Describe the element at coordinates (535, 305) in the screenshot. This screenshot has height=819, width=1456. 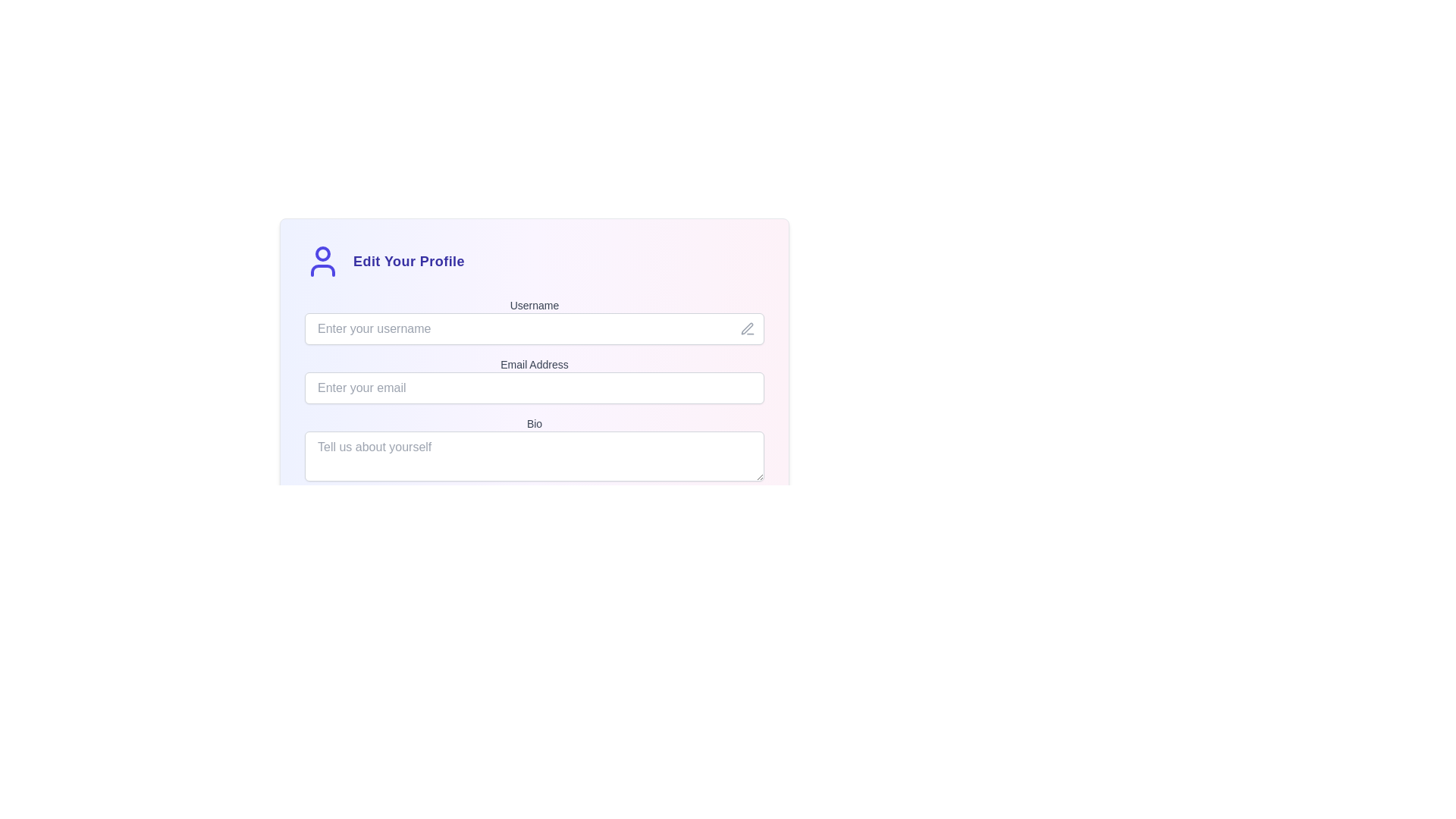
I see `the 'Username' text label, which is styled in gray and positioned above the username input field, located at the top center of the form` at that location.